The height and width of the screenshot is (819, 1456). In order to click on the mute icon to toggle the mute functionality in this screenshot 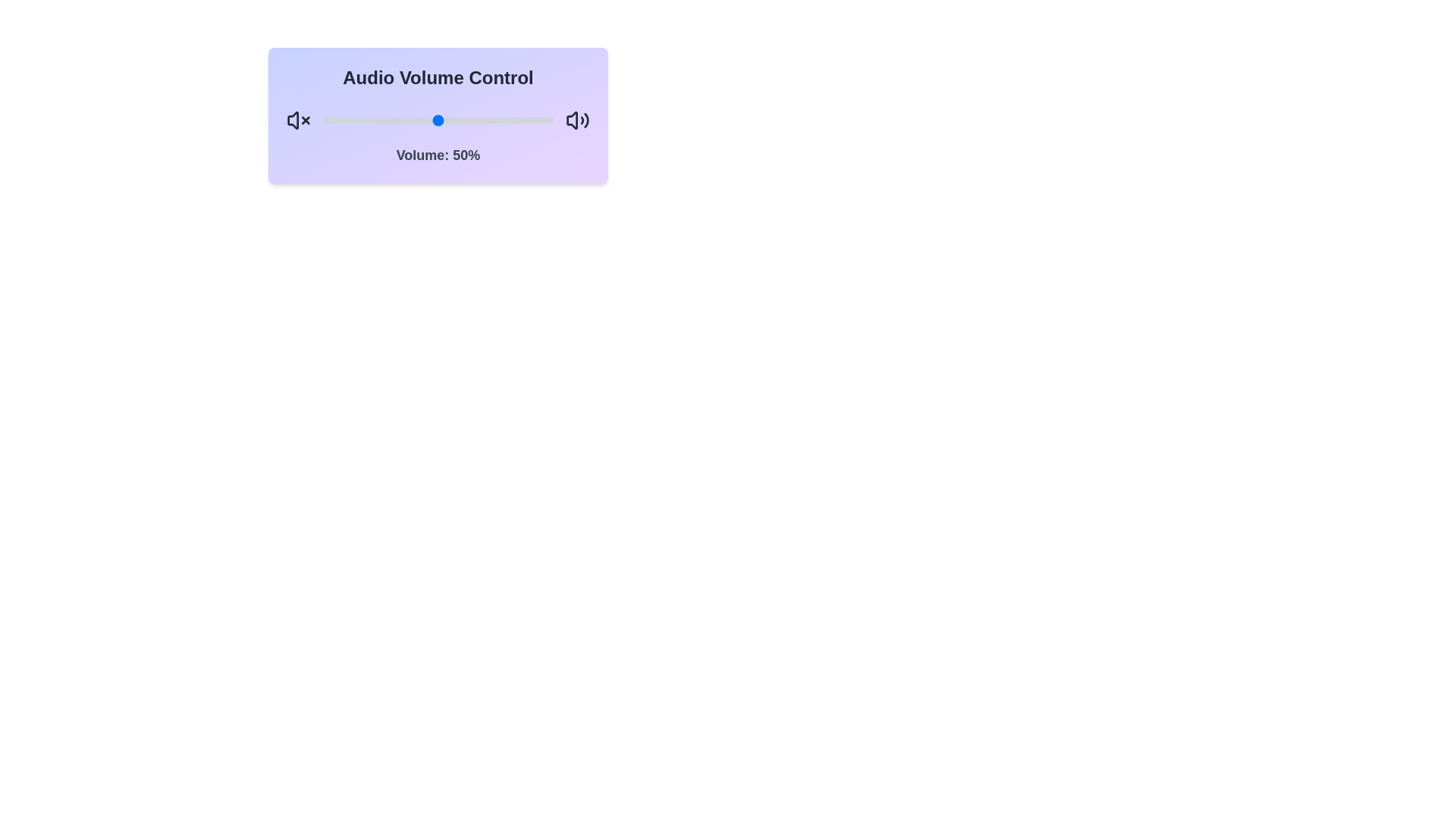, I will do `click(298, 119)`.